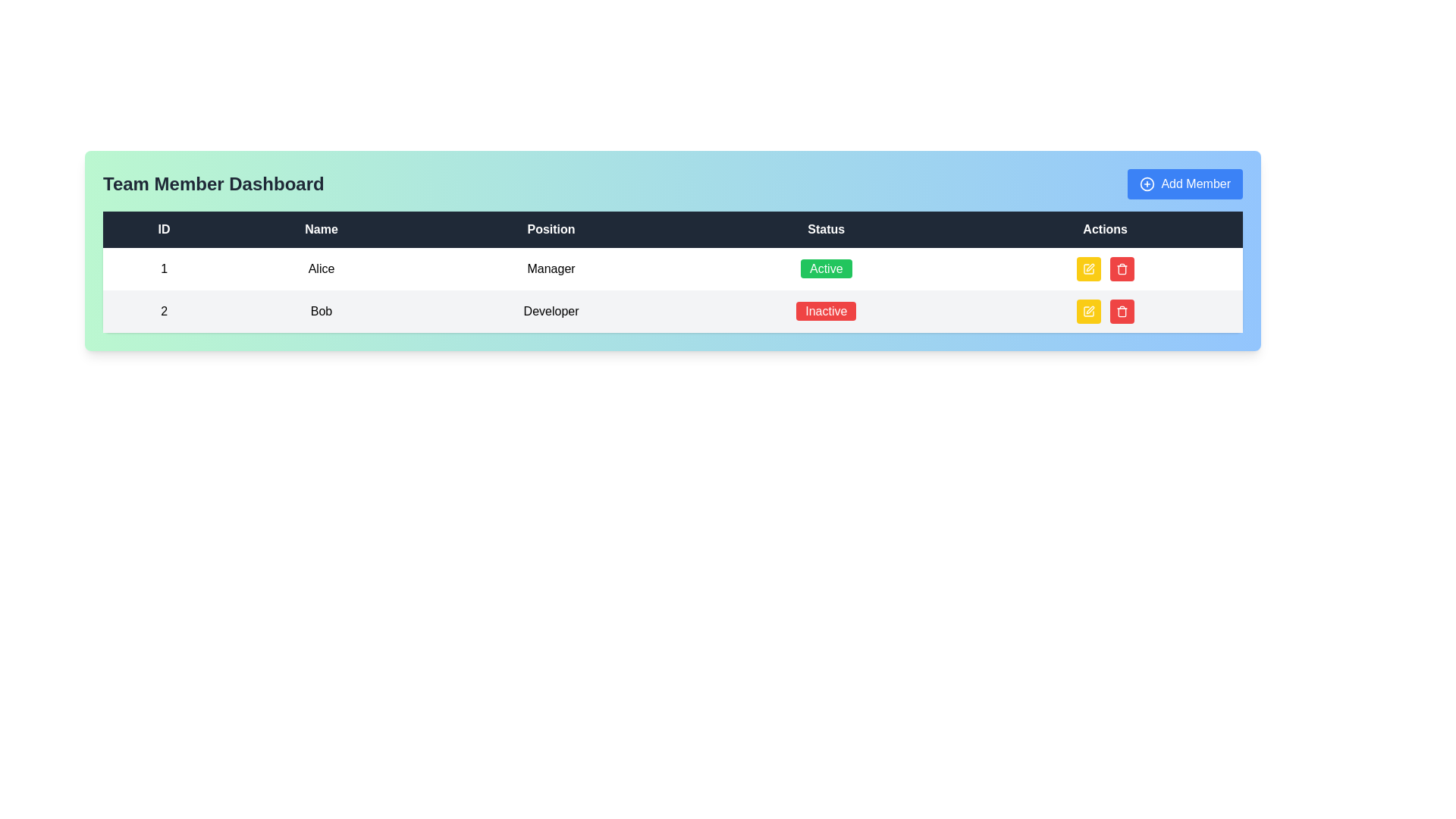 This screenshot has height=819, width=1456. I want to click on the static text displaying the numeral '1' located in the 'ID' column of the first row corresponding to 'Alice' in the table, so click(164, 268).